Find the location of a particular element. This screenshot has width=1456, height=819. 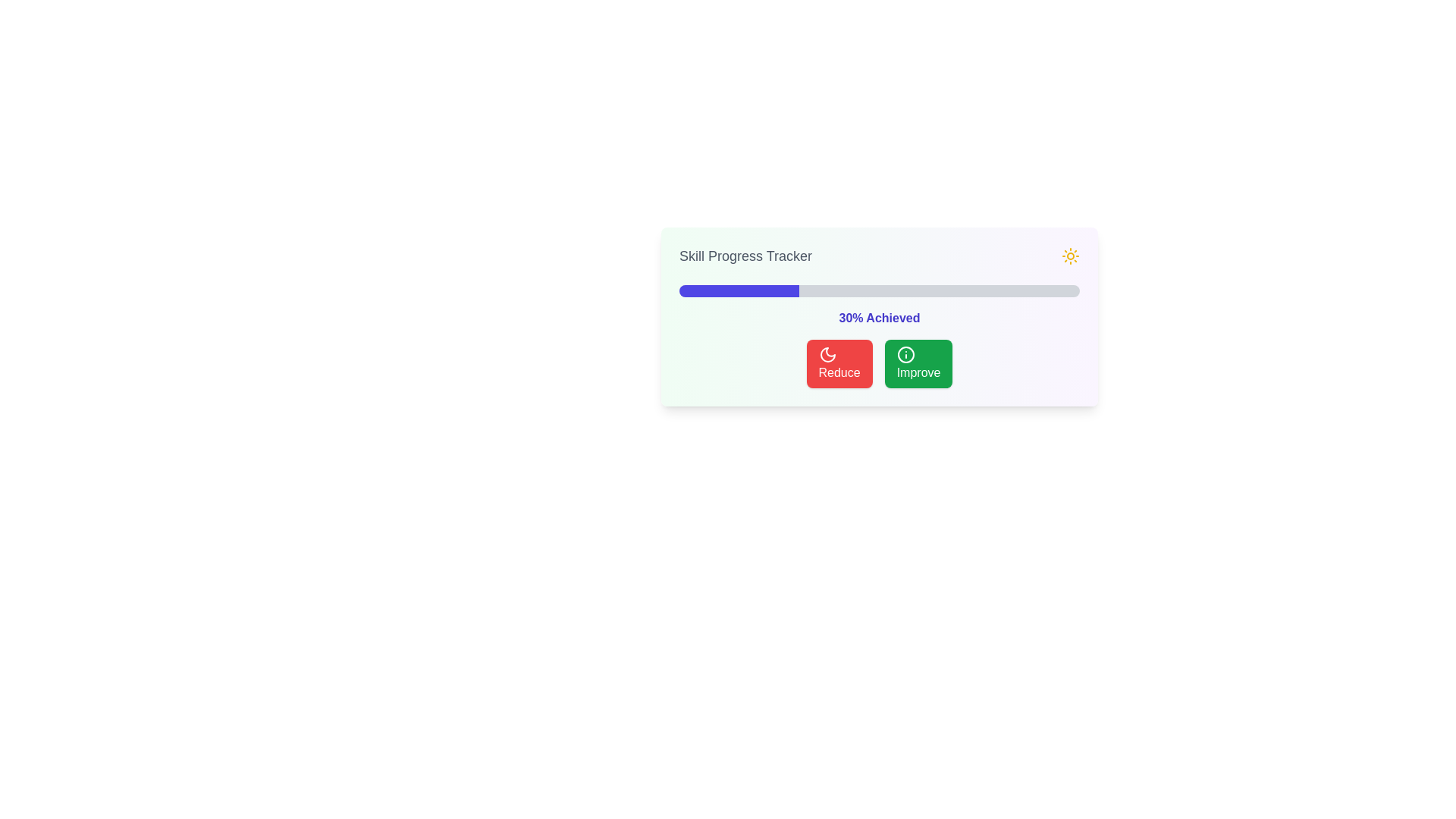

the text label displaying '30% Achieved' that is styled in bold indigo color, located within the progress tracker section beneath the progress bar is located at coordinates (880, 318).